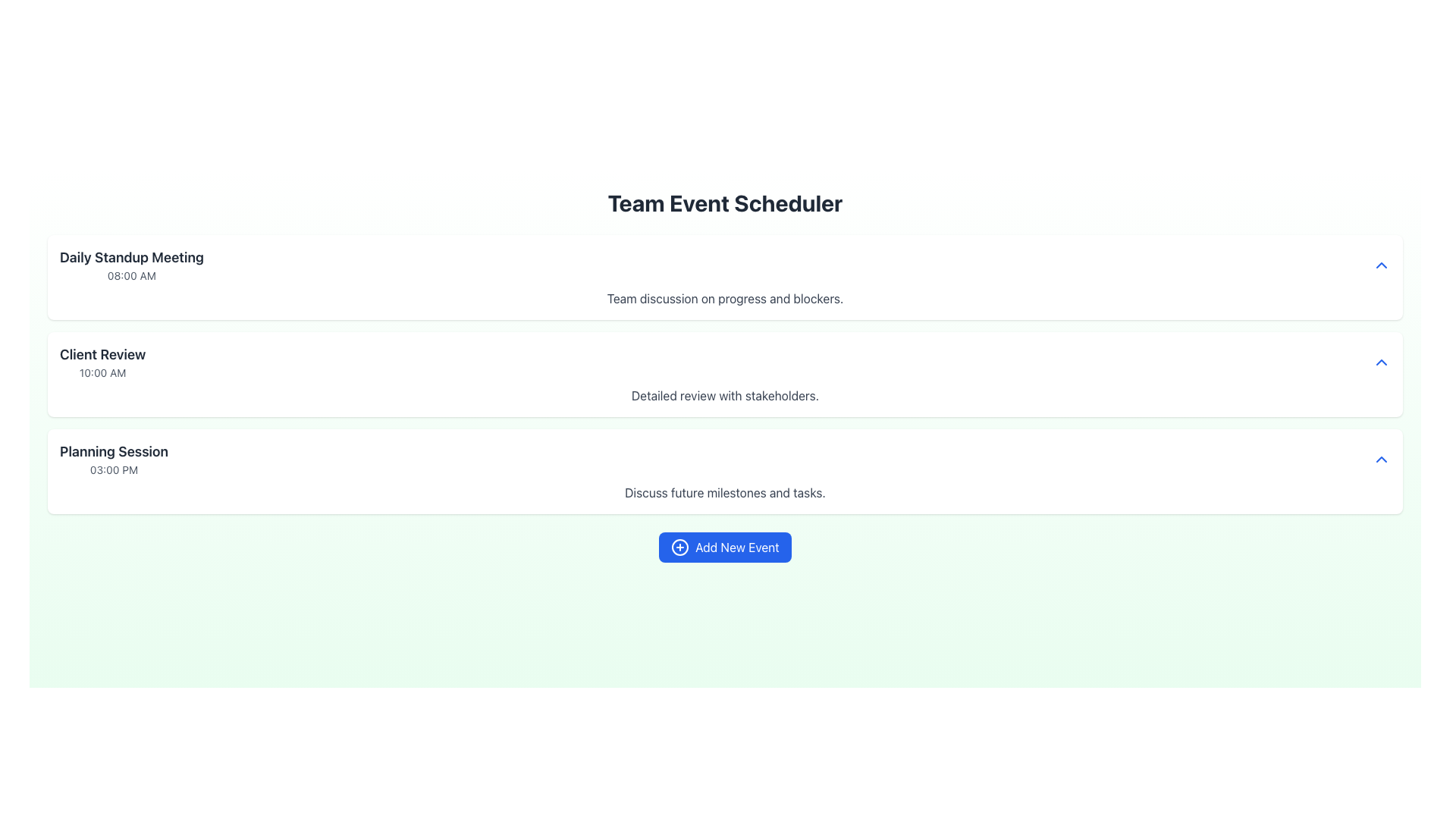 This screenshot has width=1456, height=819. Describe the element at coordinates (1382, 458) in the screenshot. I see `the upward-facing chevron button styled in blue, located at the rightmost edge of the 'Planning Session' section, to observe the color transition effect indicating interactivity` at that location.